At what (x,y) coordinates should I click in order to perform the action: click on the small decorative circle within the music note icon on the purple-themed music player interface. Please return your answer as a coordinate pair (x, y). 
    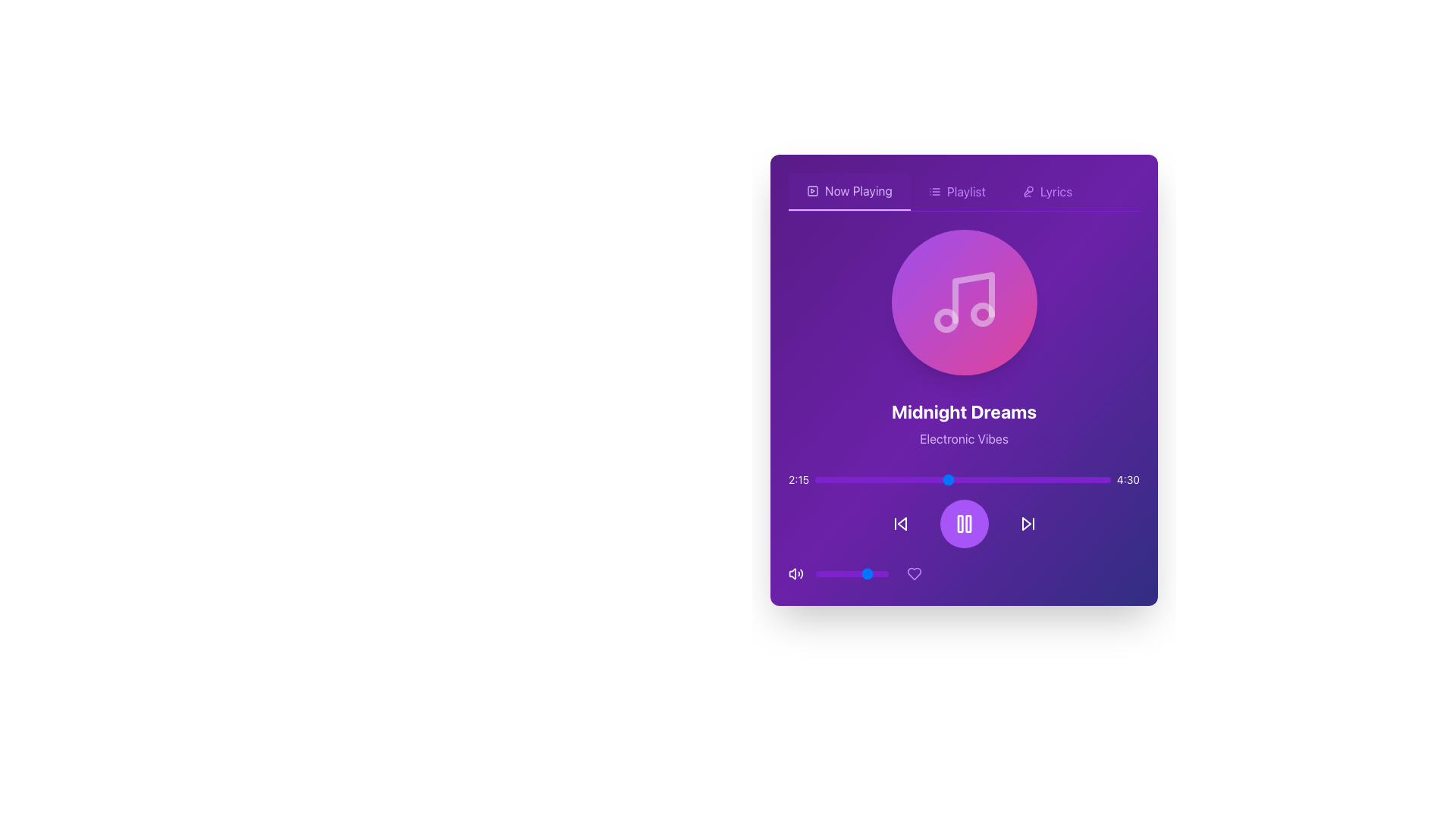
    Looking at the image, I should click on (982, 314).